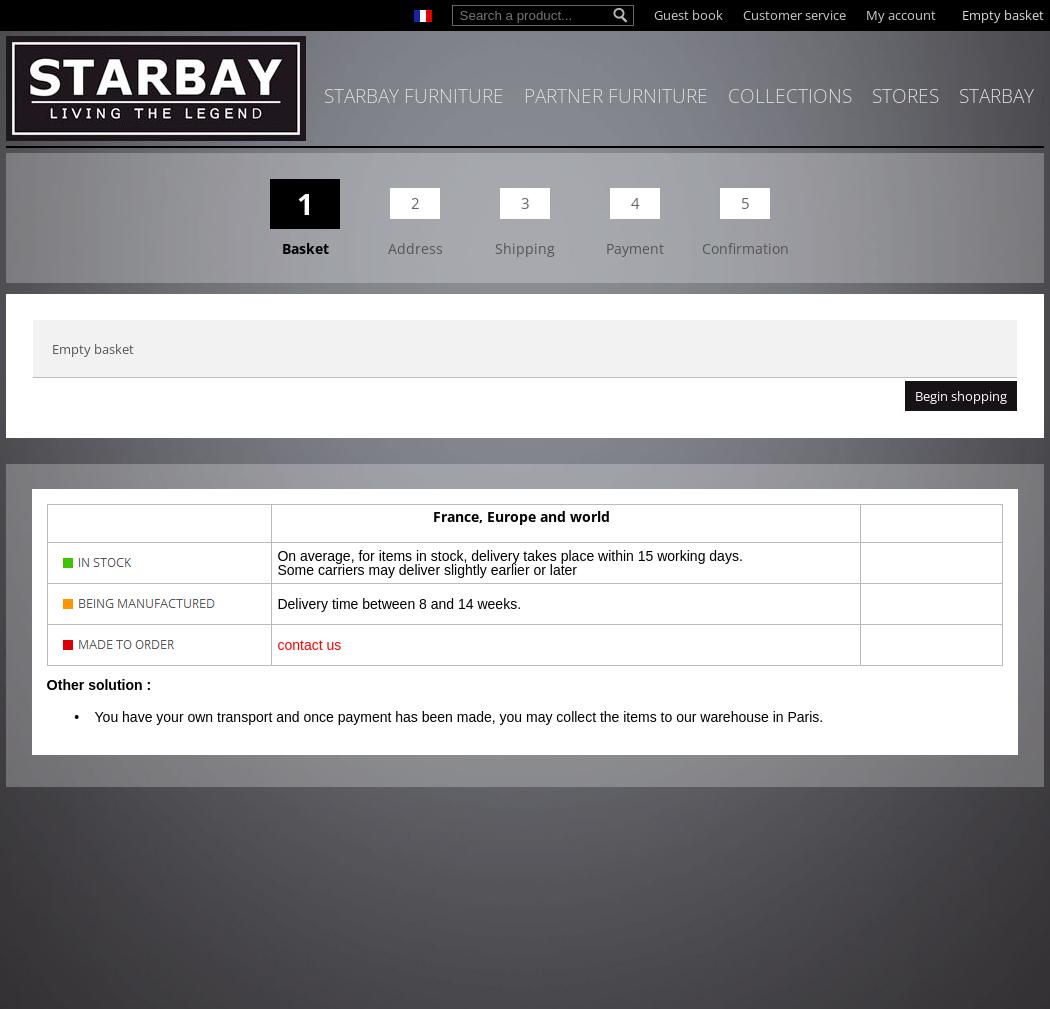  I want to click on 'Furniture inspired by craft furniture.', so click(735, 320).